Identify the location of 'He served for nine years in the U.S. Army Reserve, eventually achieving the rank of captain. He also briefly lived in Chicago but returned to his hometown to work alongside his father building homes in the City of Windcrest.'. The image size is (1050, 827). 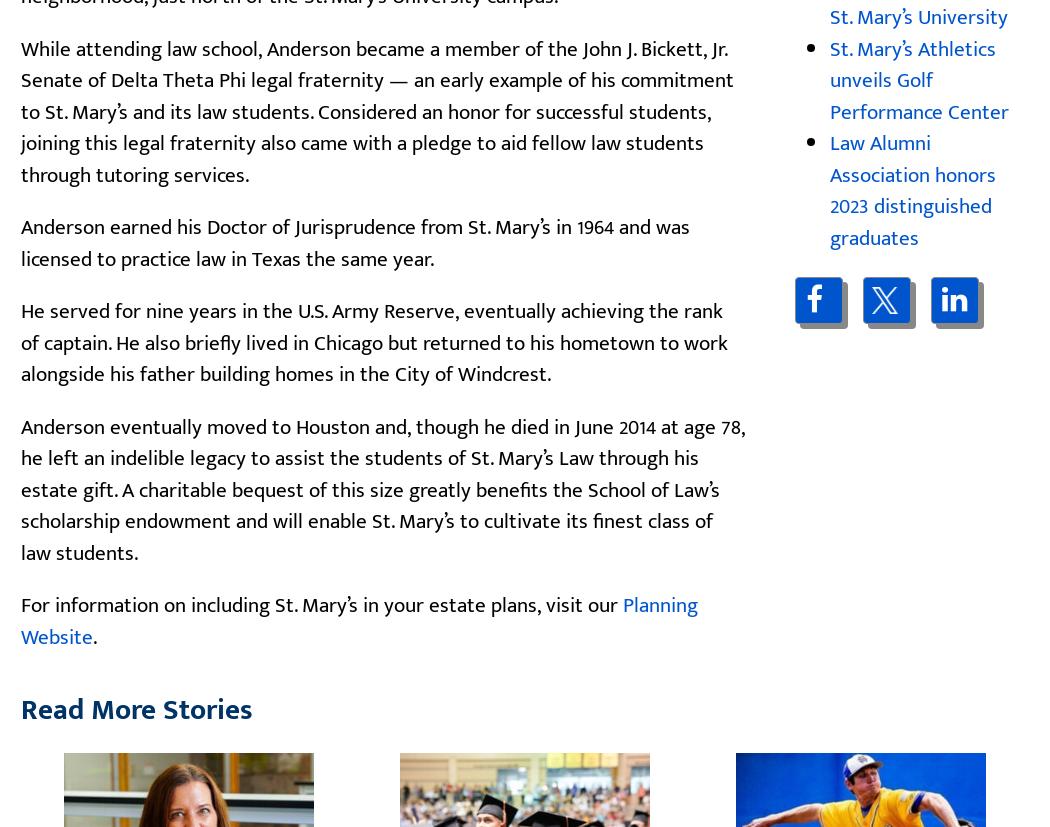
(21, 343).